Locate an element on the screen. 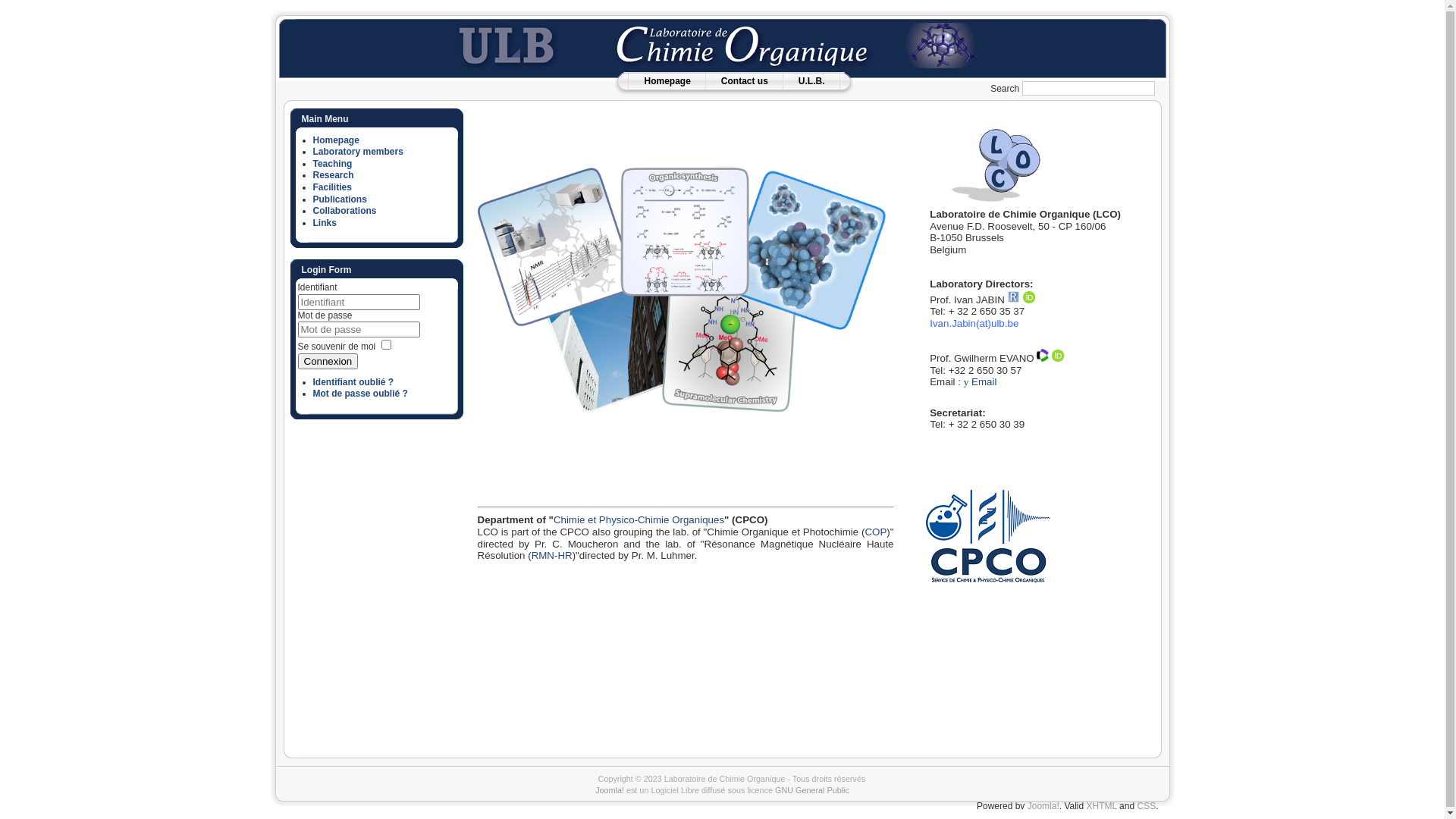 The height and width of the screenshot is (819, 1456). 'U.L.B.' is located at coordinates (783, 81).